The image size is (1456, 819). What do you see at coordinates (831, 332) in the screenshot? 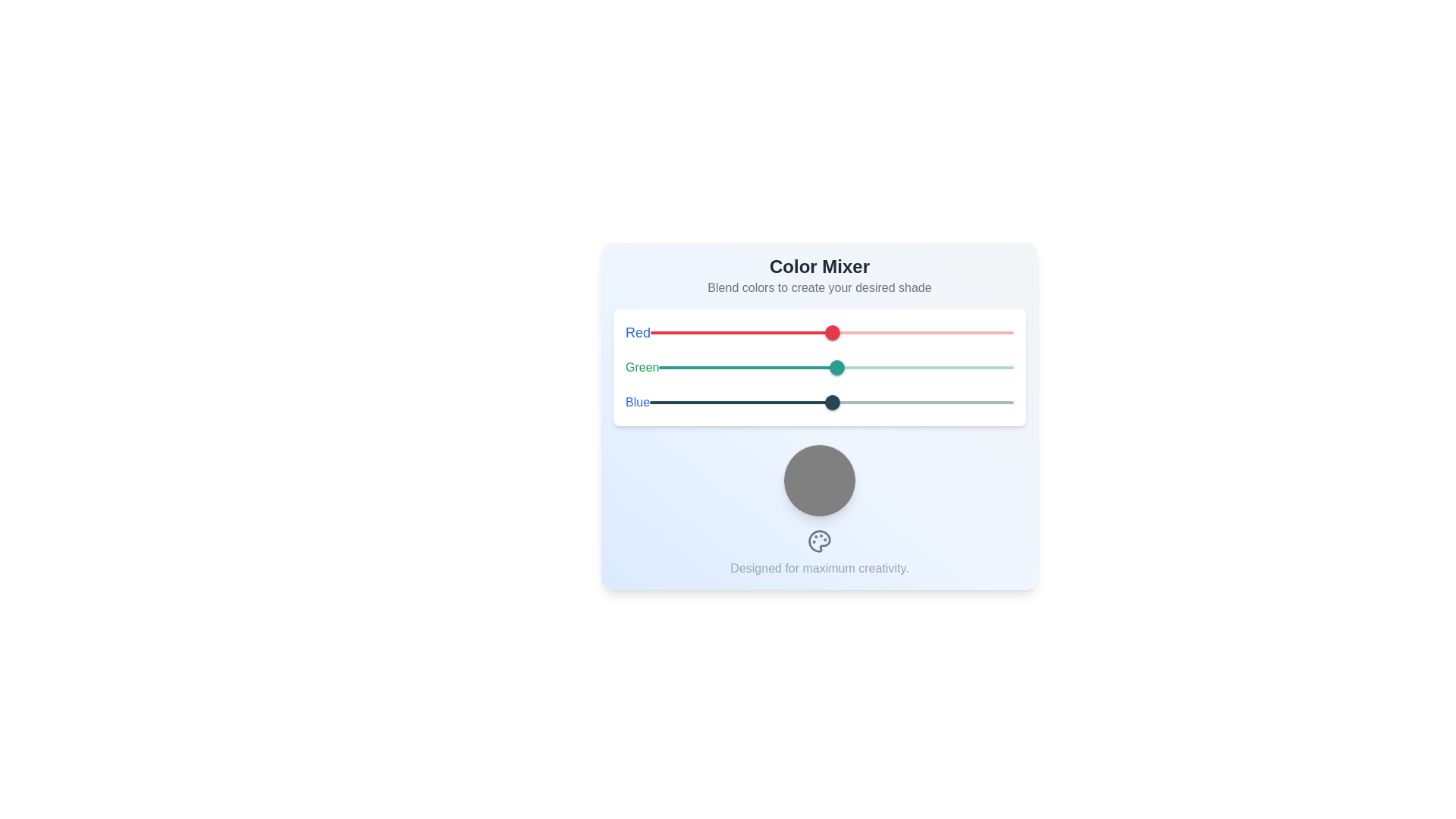
I see `the horizontal slider rail located under the 'Red' label in the slider component` at bounding box center [831, 332].